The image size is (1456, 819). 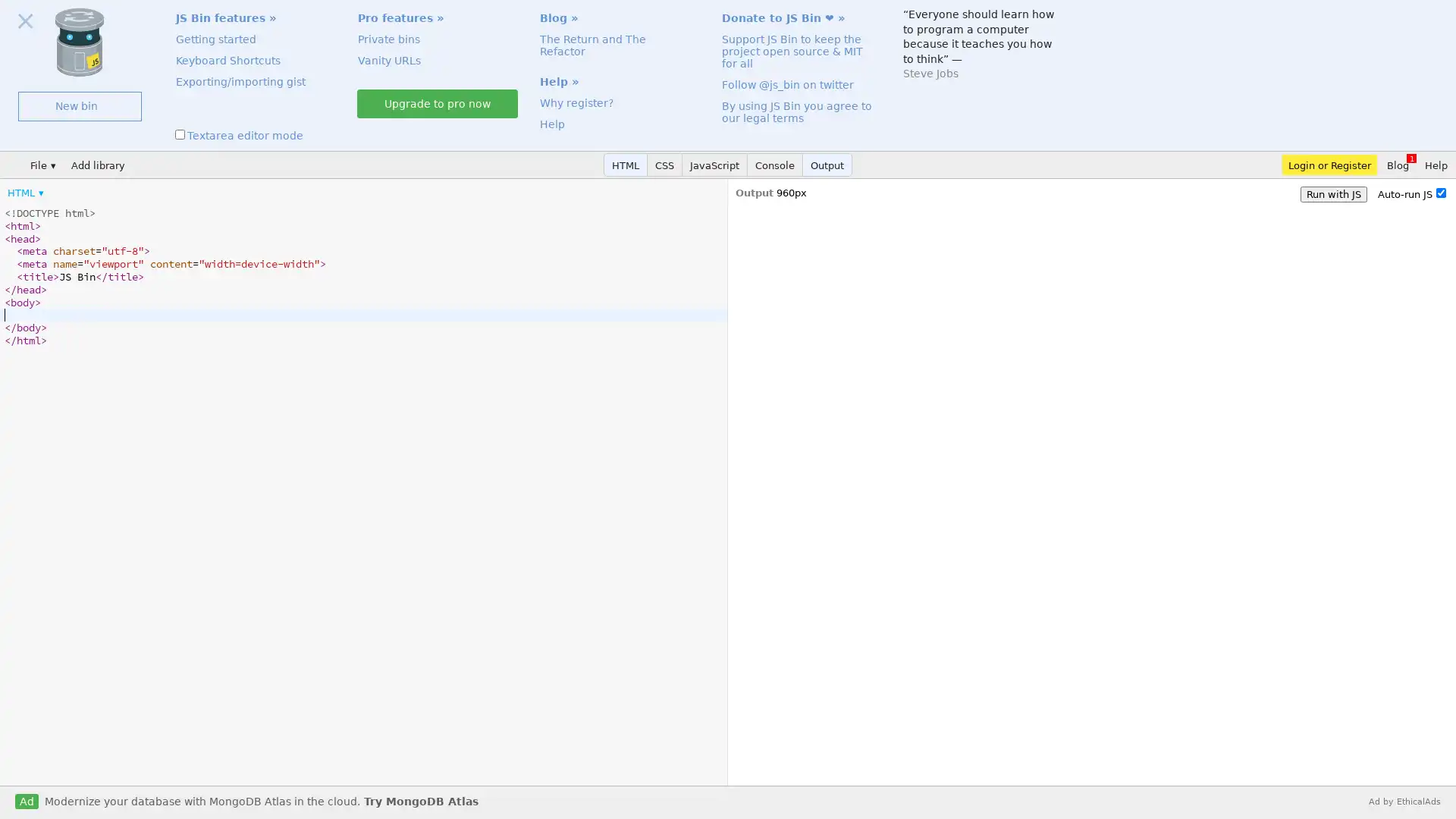 What do you see at coordinates (775, 165) in the screenshot?
I see `Console Panel: Inactive` at bounding box center [775, 165].